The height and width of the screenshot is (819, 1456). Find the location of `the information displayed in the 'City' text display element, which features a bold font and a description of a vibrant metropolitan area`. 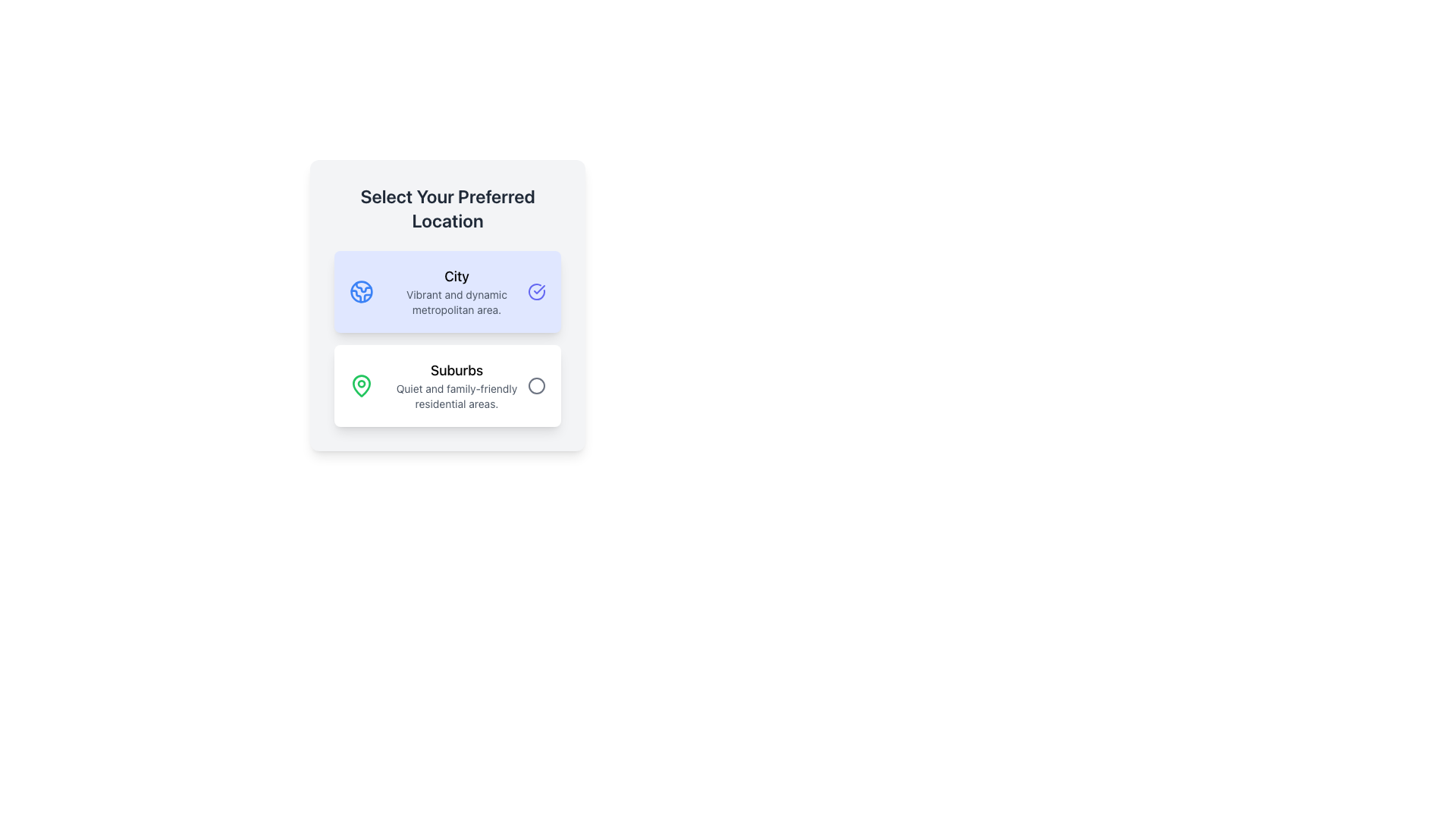

the information displayed in the 'City' text display element, which features a bold font and a description of a vibrant metropolitan area is located at coordinates (456, 292).